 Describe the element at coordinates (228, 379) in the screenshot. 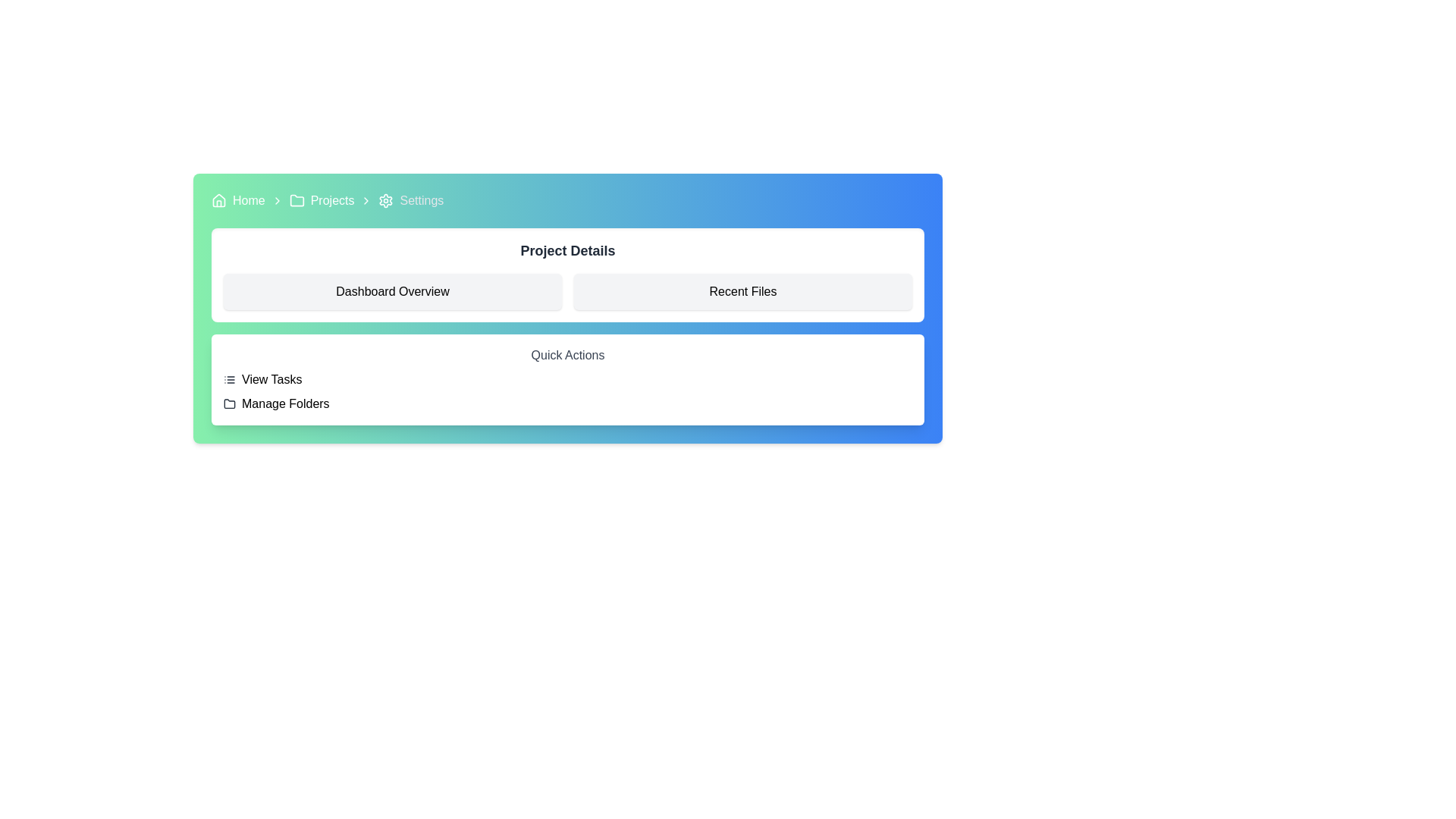

I see `the icon located to the left of the 'View Tasks' label in the 'Quick Actions' area` at that location.